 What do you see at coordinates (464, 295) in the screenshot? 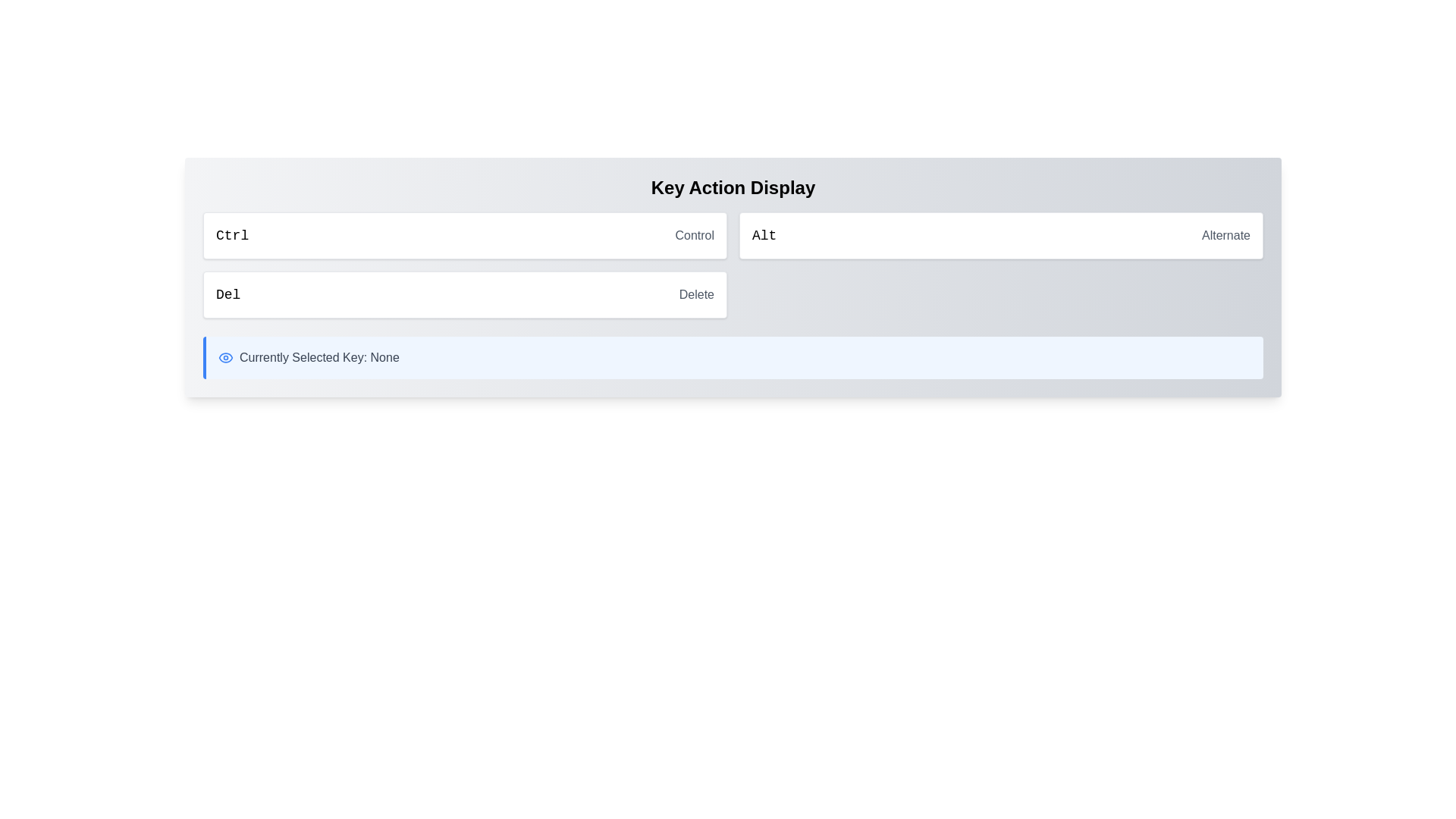
I see `the clickable display box with a white background containing 'Del' on the left and 'Delete' on the right` at bounding box center [464, 295].